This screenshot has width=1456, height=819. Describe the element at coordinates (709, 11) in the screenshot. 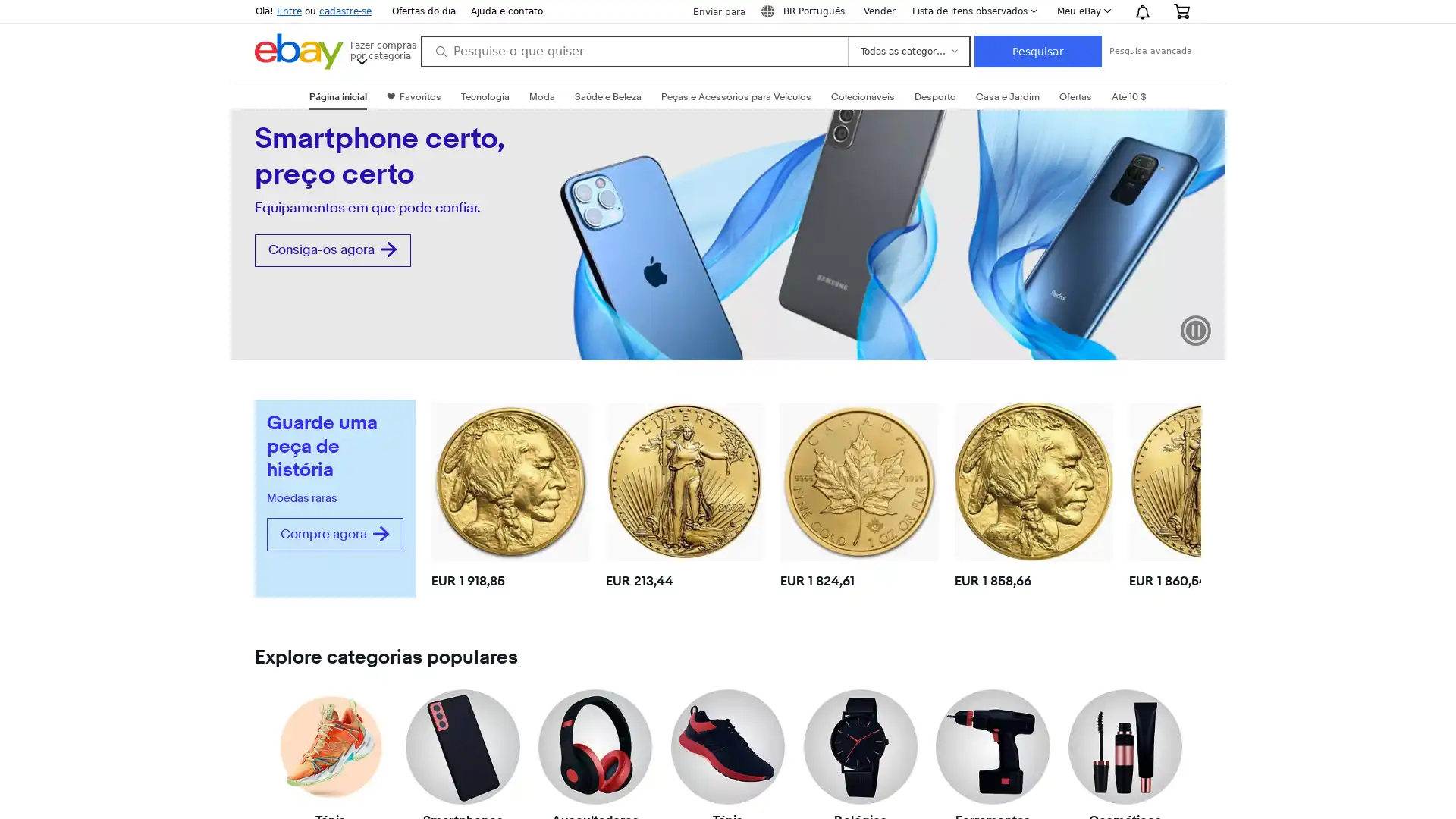

I see `Enviar para` at that location.